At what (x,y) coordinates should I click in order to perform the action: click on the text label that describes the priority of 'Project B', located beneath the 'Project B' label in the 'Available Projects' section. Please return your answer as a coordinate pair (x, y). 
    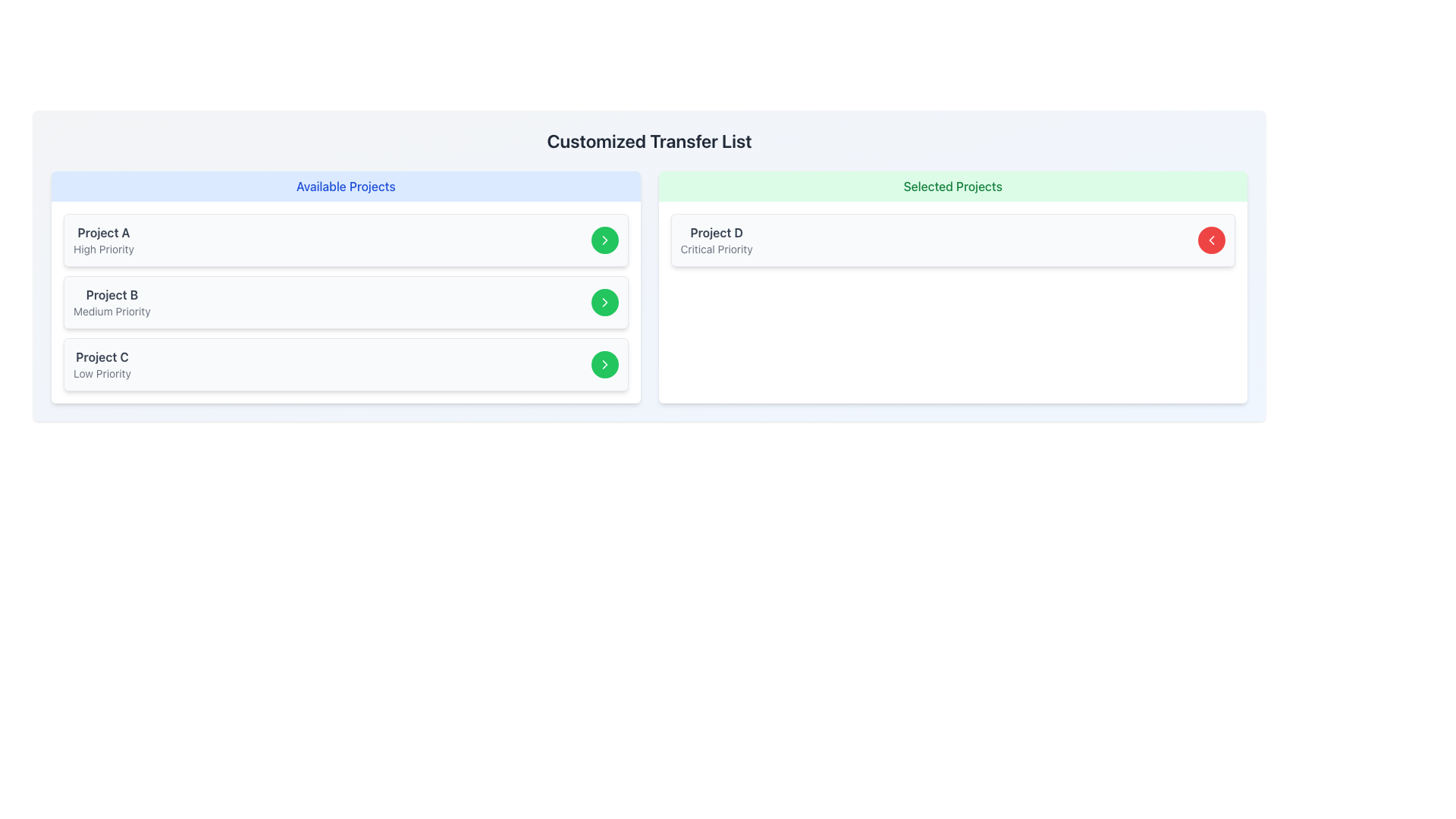
    Looking at the image, I should click on (111, 311).